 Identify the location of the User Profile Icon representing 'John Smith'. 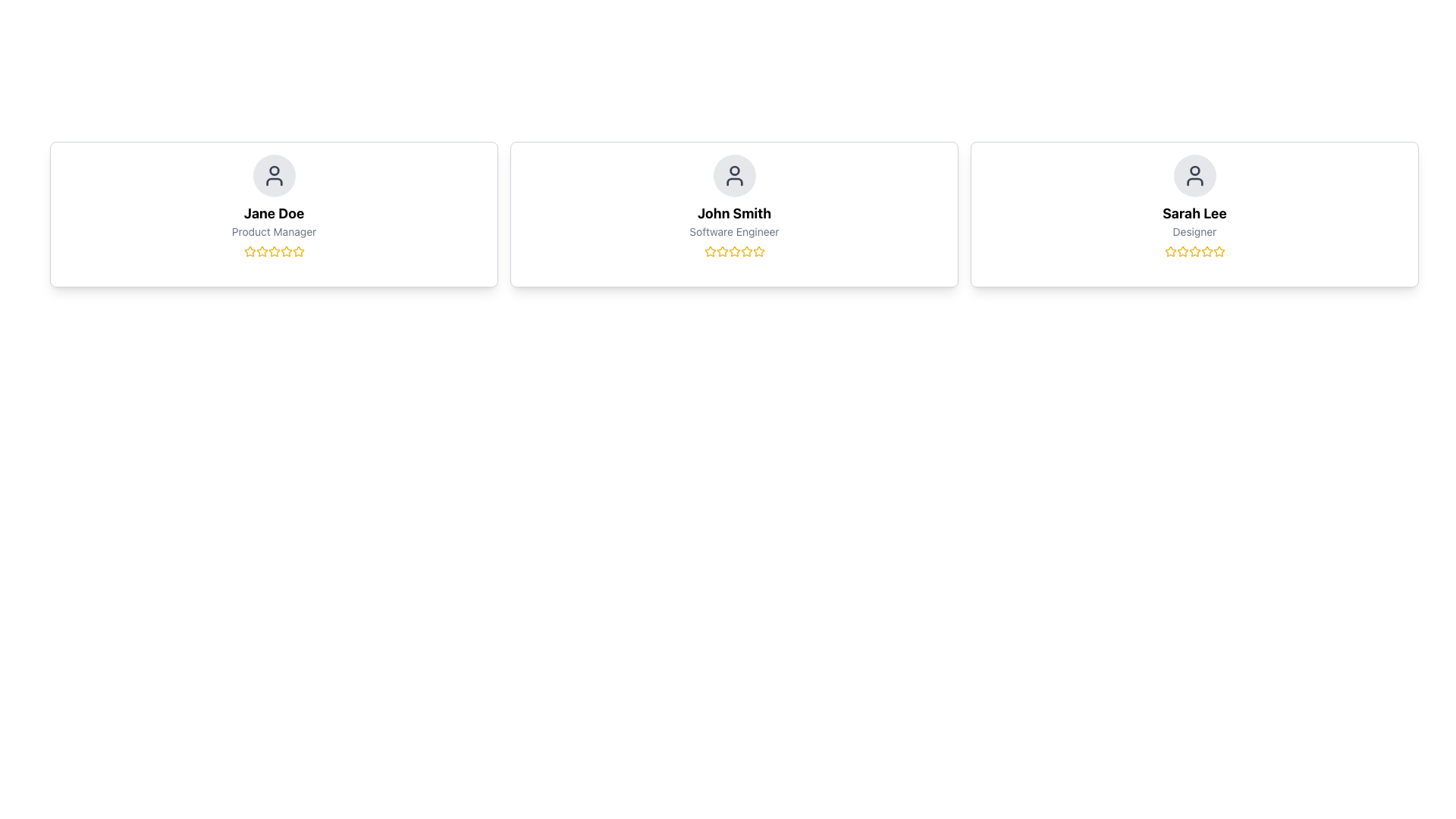
(734, 174).